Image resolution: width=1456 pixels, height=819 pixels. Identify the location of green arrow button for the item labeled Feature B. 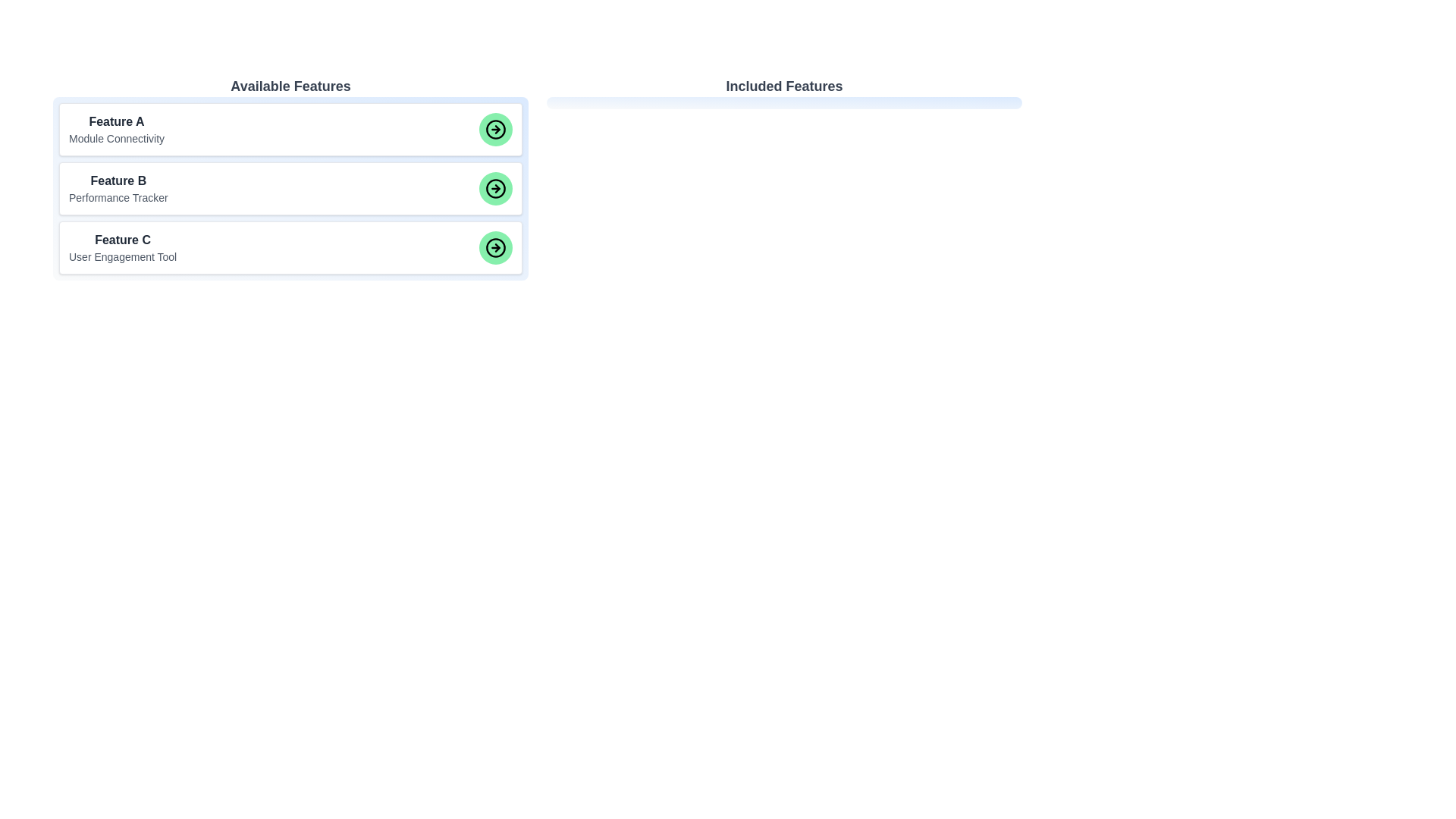
(495, 188).